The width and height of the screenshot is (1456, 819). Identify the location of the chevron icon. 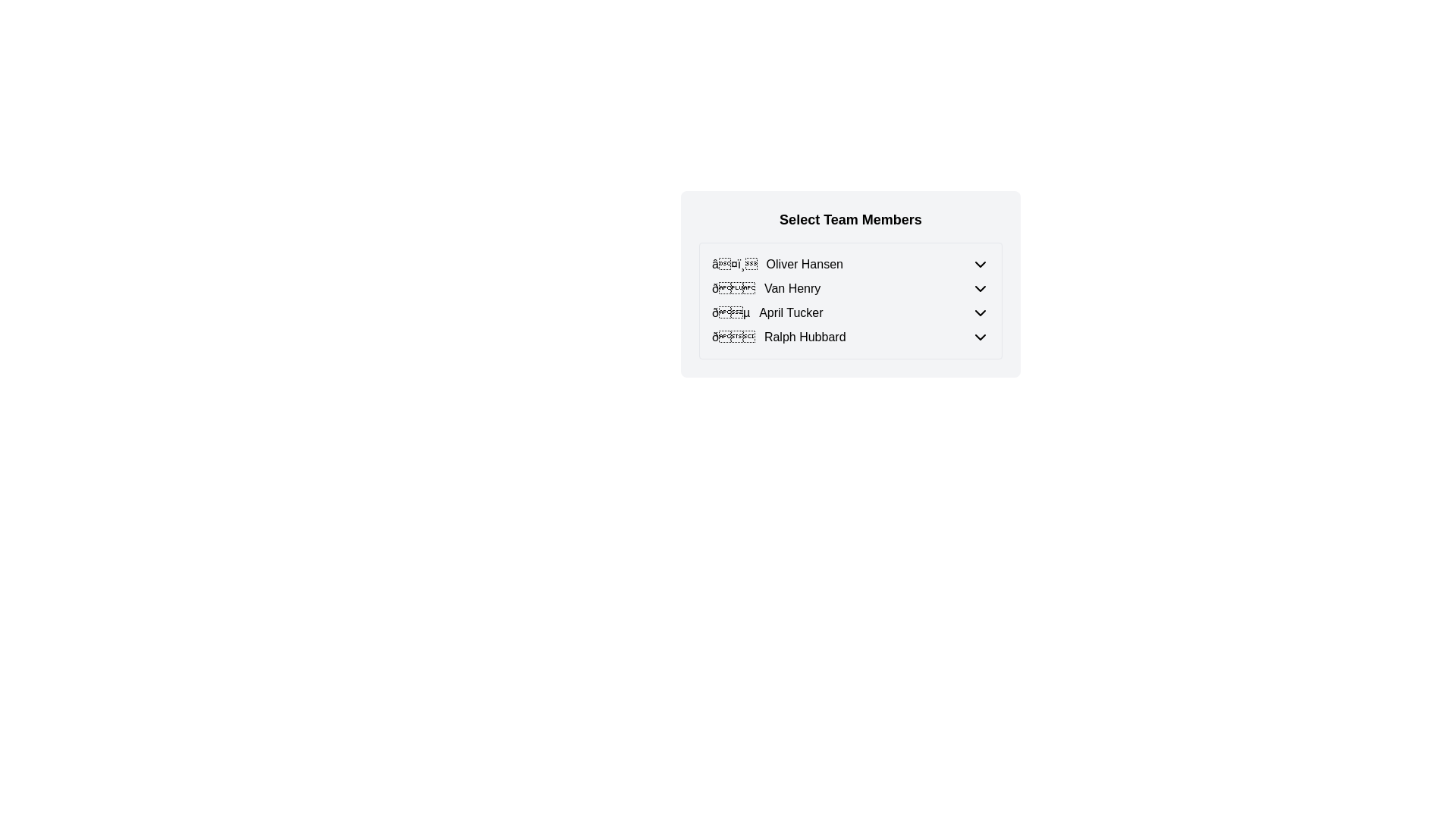
(980, 312).